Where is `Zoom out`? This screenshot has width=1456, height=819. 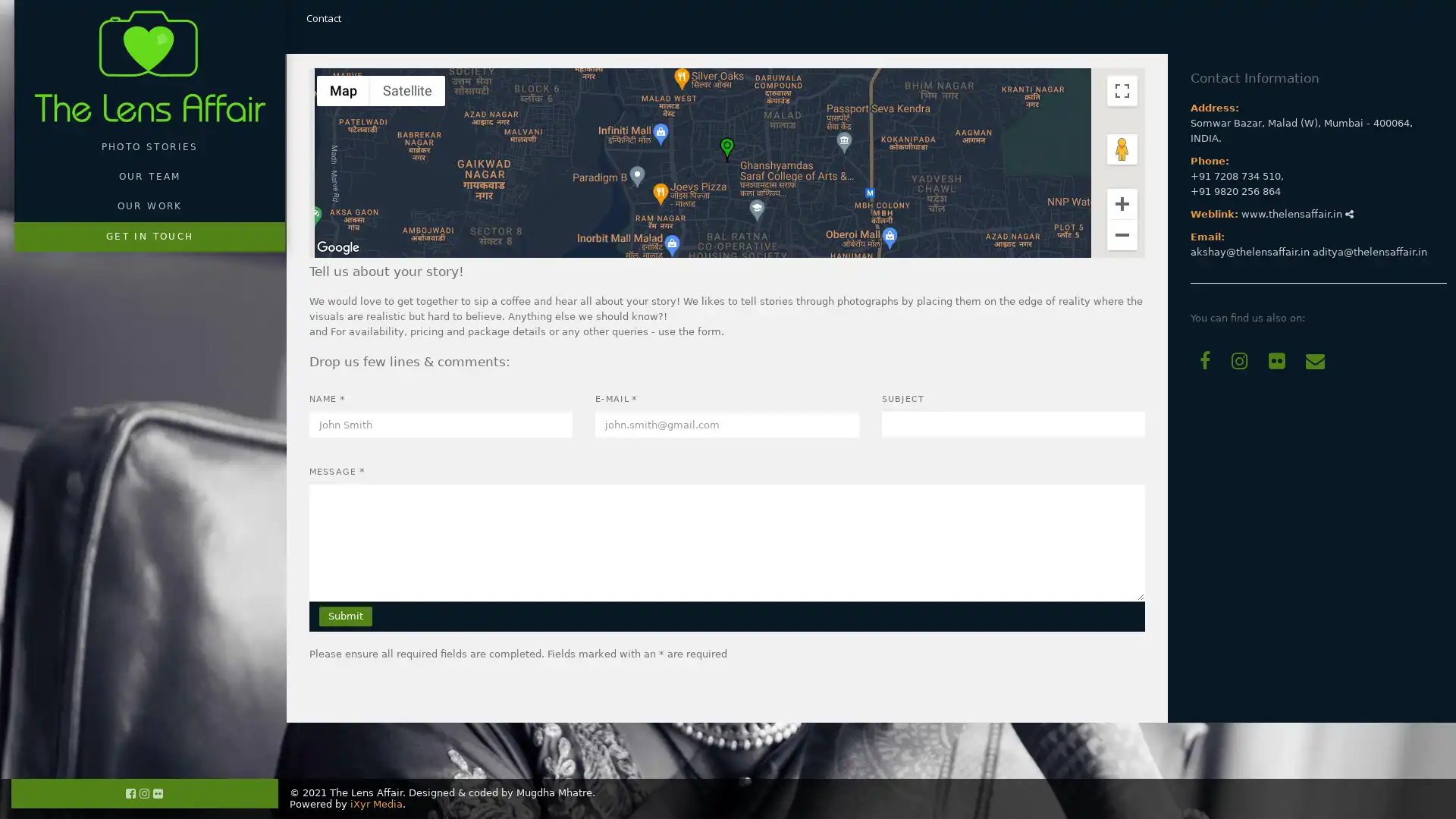 Zoom out is located at coordinates (1122, 234).